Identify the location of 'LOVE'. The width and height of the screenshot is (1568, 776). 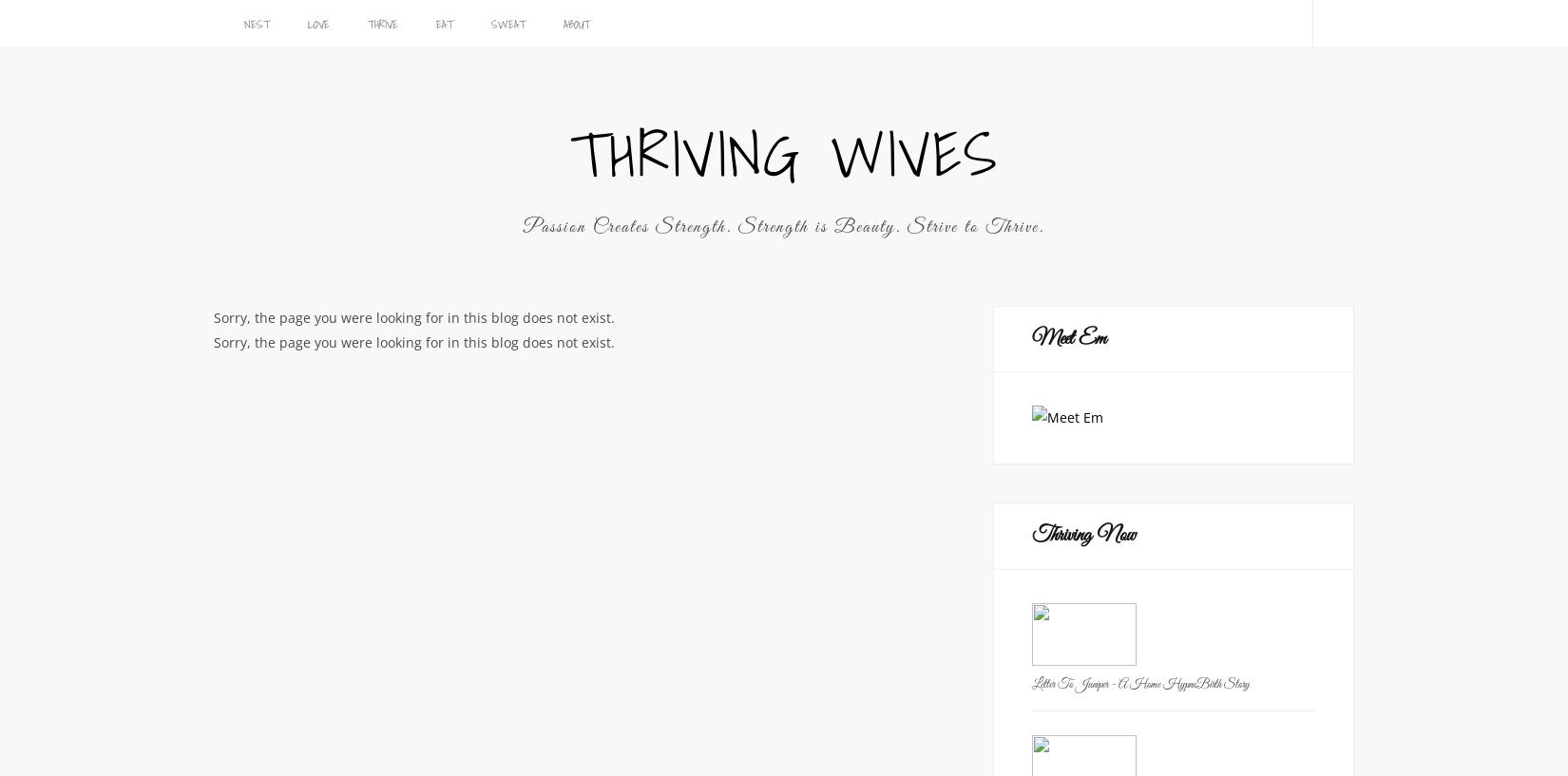
(318, 23).